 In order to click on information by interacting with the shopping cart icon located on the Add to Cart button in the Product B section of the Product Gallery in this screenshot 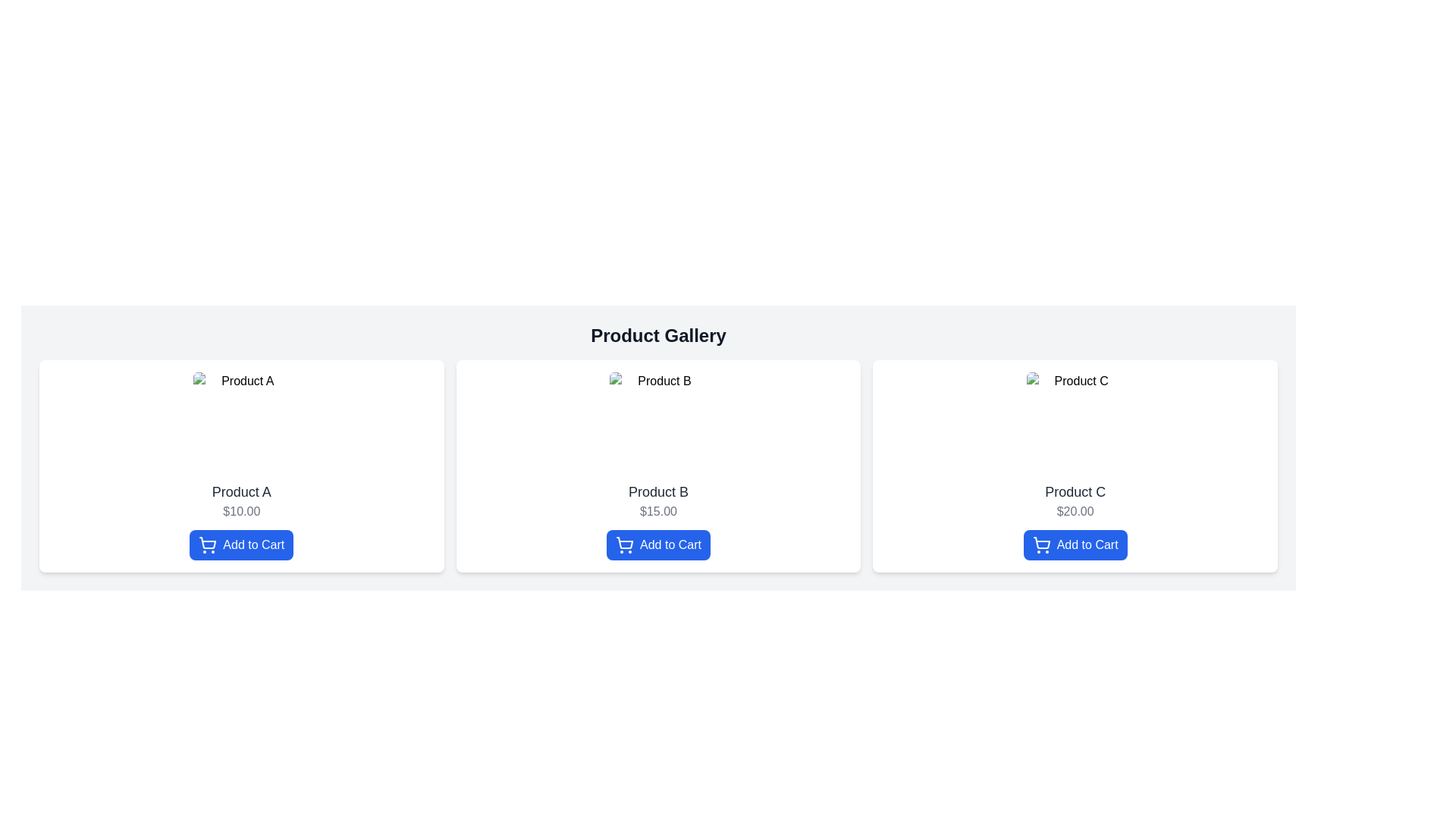, I will do `click(625, 544)`.